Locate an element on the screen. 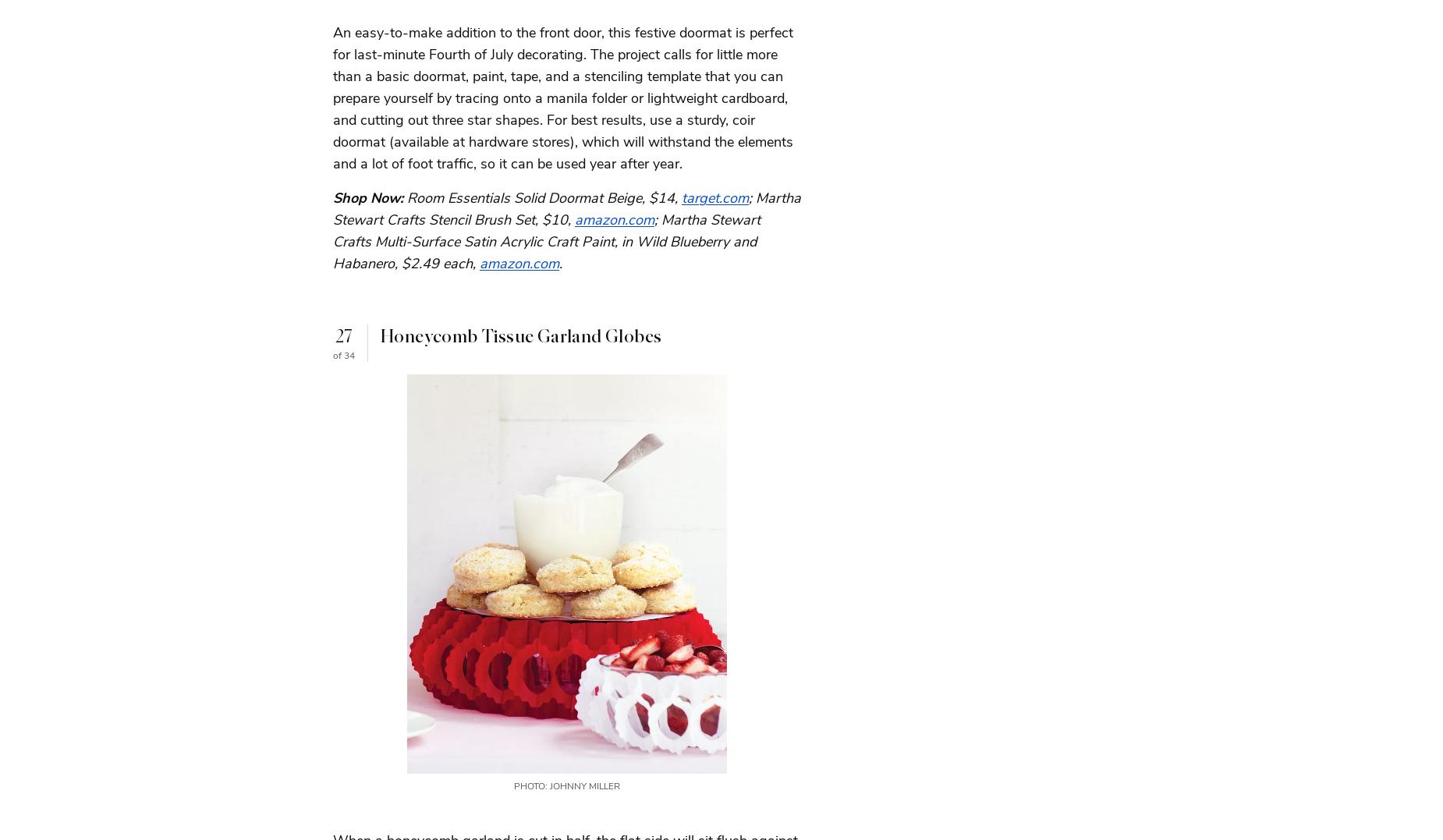 This screenshot has width=1443, height=840. 'of 34' is located at coordinates (343, 354).